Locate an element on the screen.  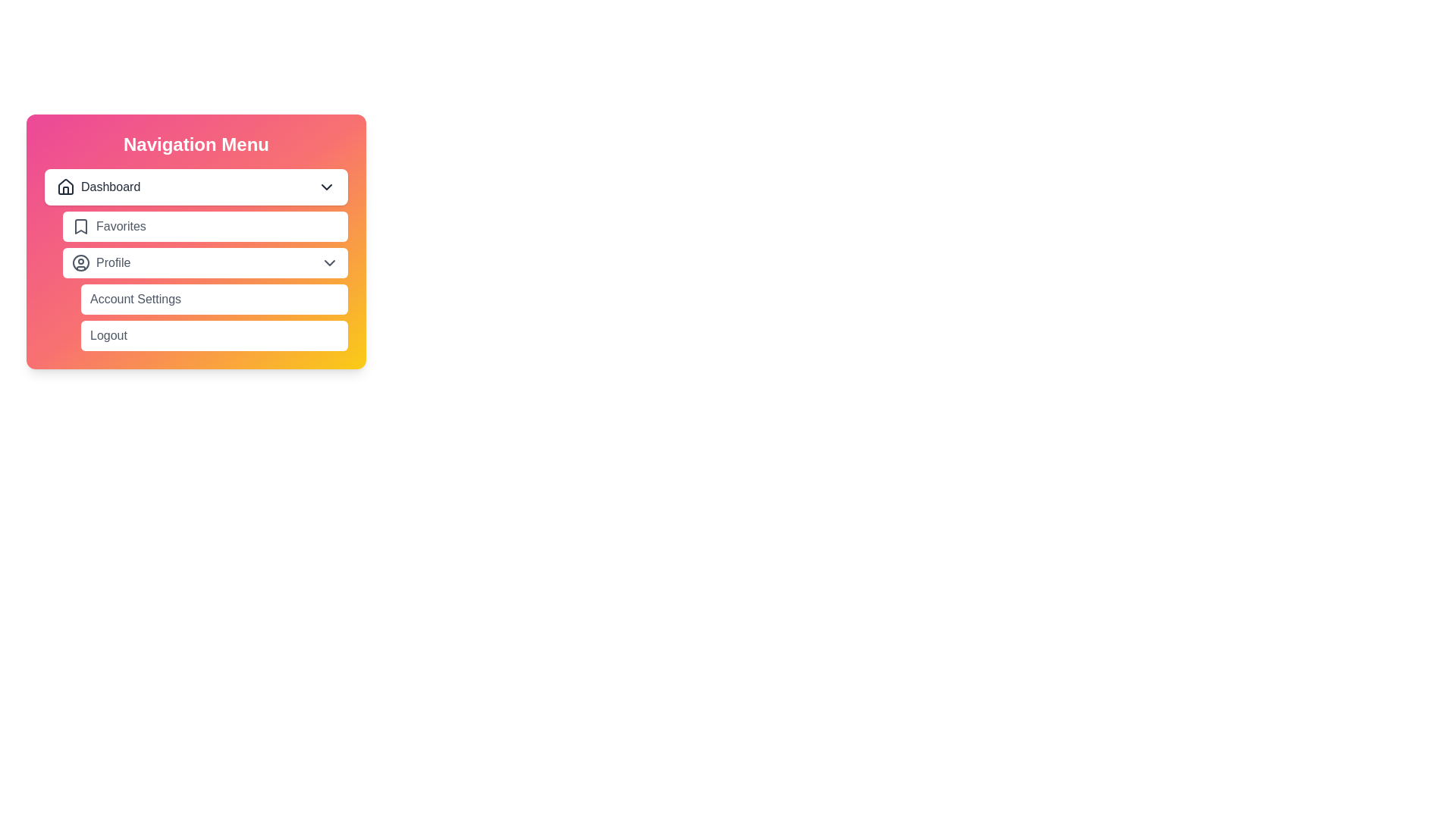
the 'Account Settings' button located in the left navigation menu is located at coordinates (214, 299).